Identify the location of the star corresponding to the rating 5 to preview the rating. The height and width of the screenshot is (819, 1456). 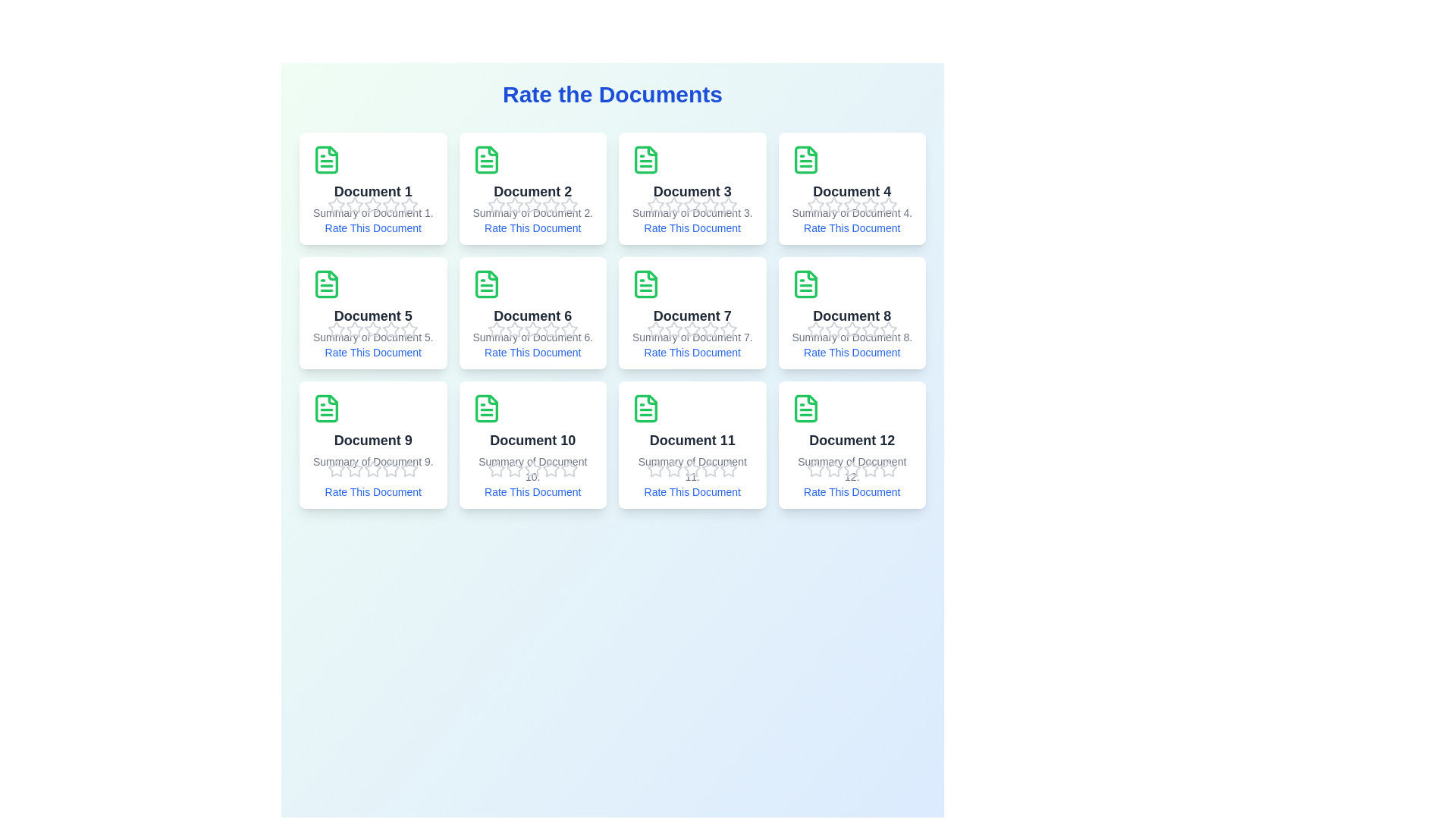
(409, 205).